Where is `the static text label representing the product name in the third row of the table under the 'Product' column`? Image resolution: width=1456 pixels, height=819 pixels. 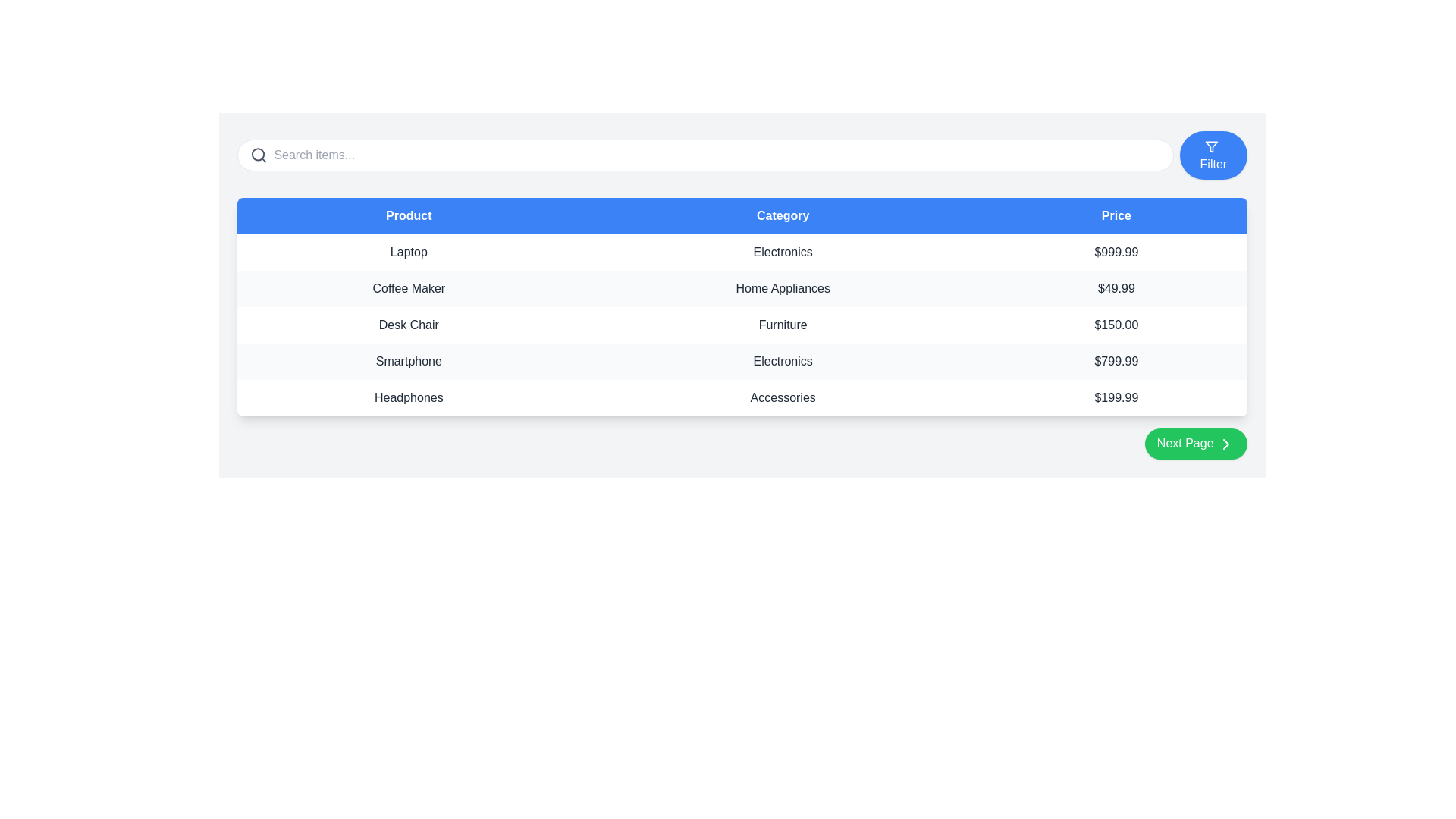
the static text label representing the product name in the third row of the table under the 'Product' column is located at coordinates (409, 362).